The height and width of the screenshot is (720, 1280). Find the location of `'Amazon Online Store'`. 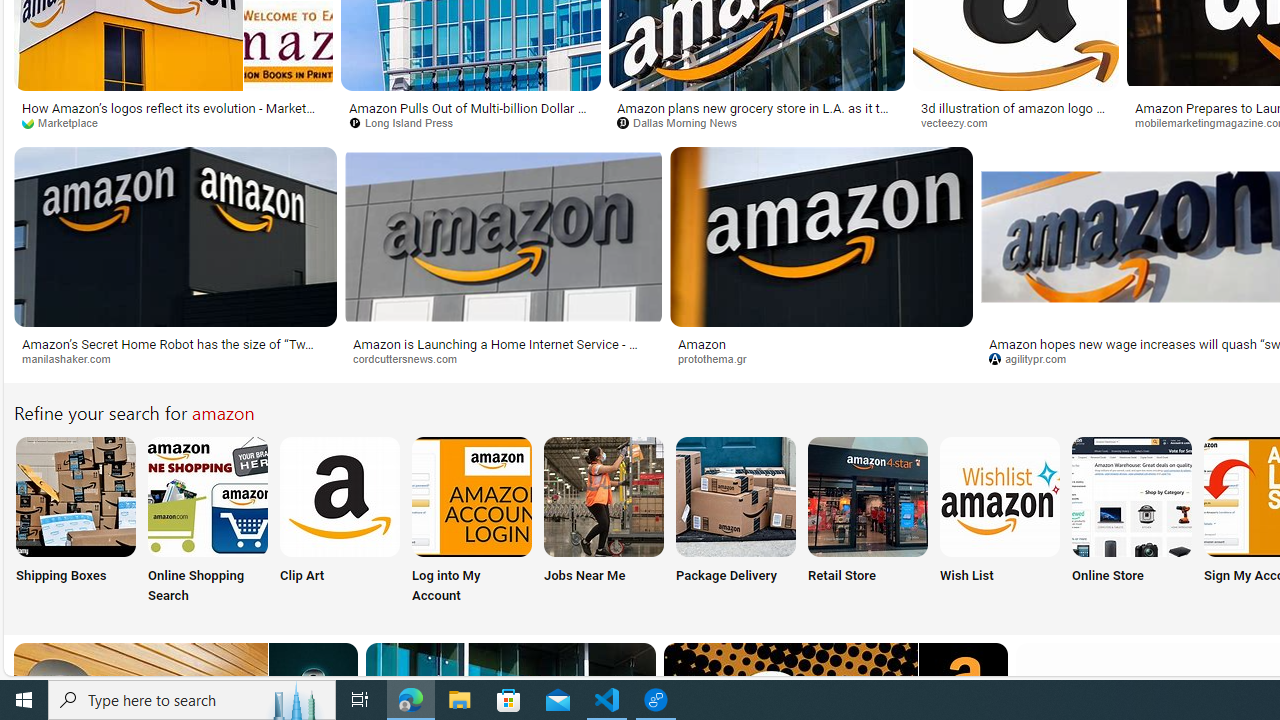

'Amazon Online Store' is located at coordinates (1132, 495).